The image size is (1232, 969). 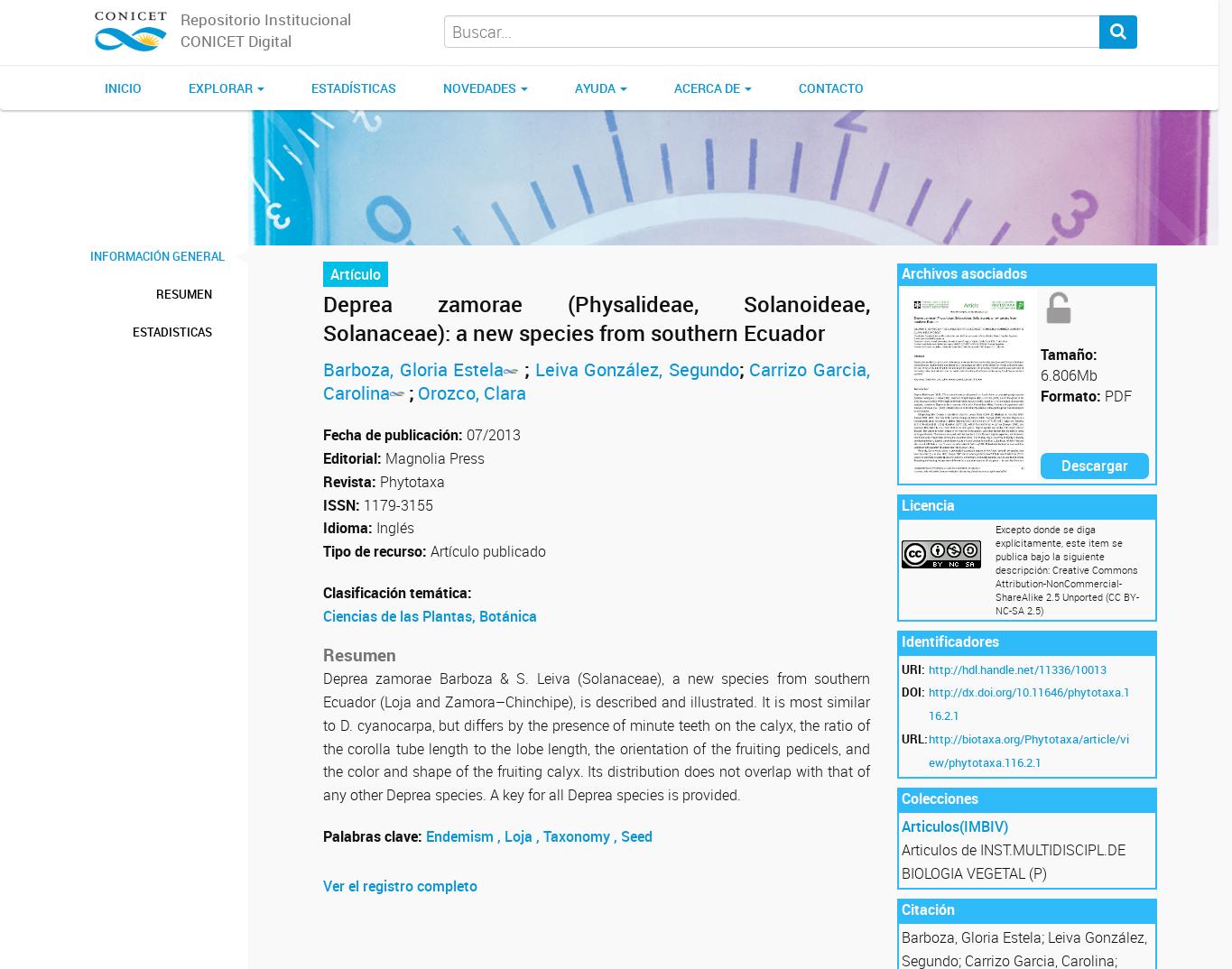 What do you see at coordinates (122, 88) in the screenshot?
I see `'Inicio'` at bounding box center [122, 88].